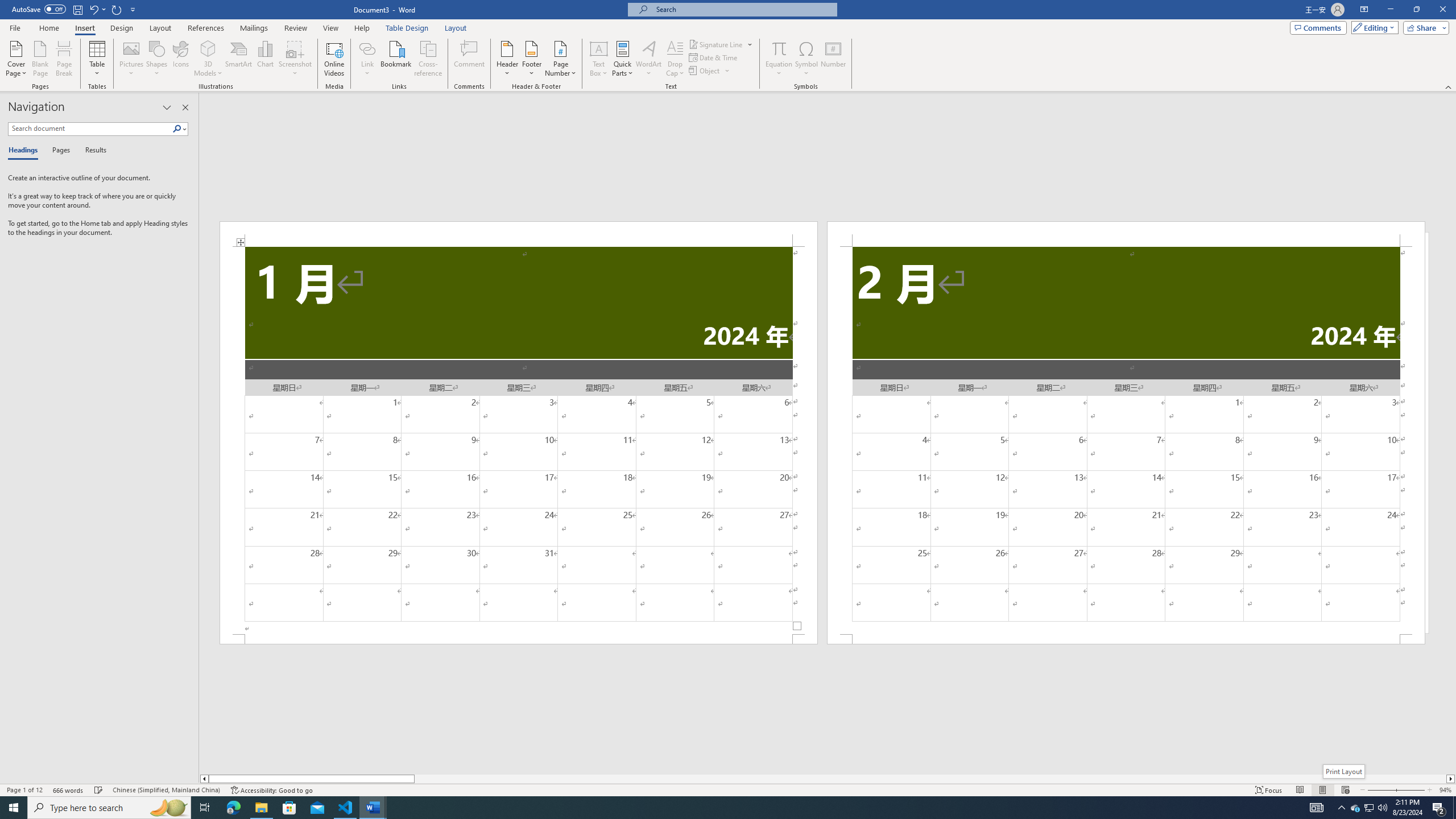 The height and width of the screenshot is (819, 1456). I want to click on 'Blank Page', so click(40, 59).